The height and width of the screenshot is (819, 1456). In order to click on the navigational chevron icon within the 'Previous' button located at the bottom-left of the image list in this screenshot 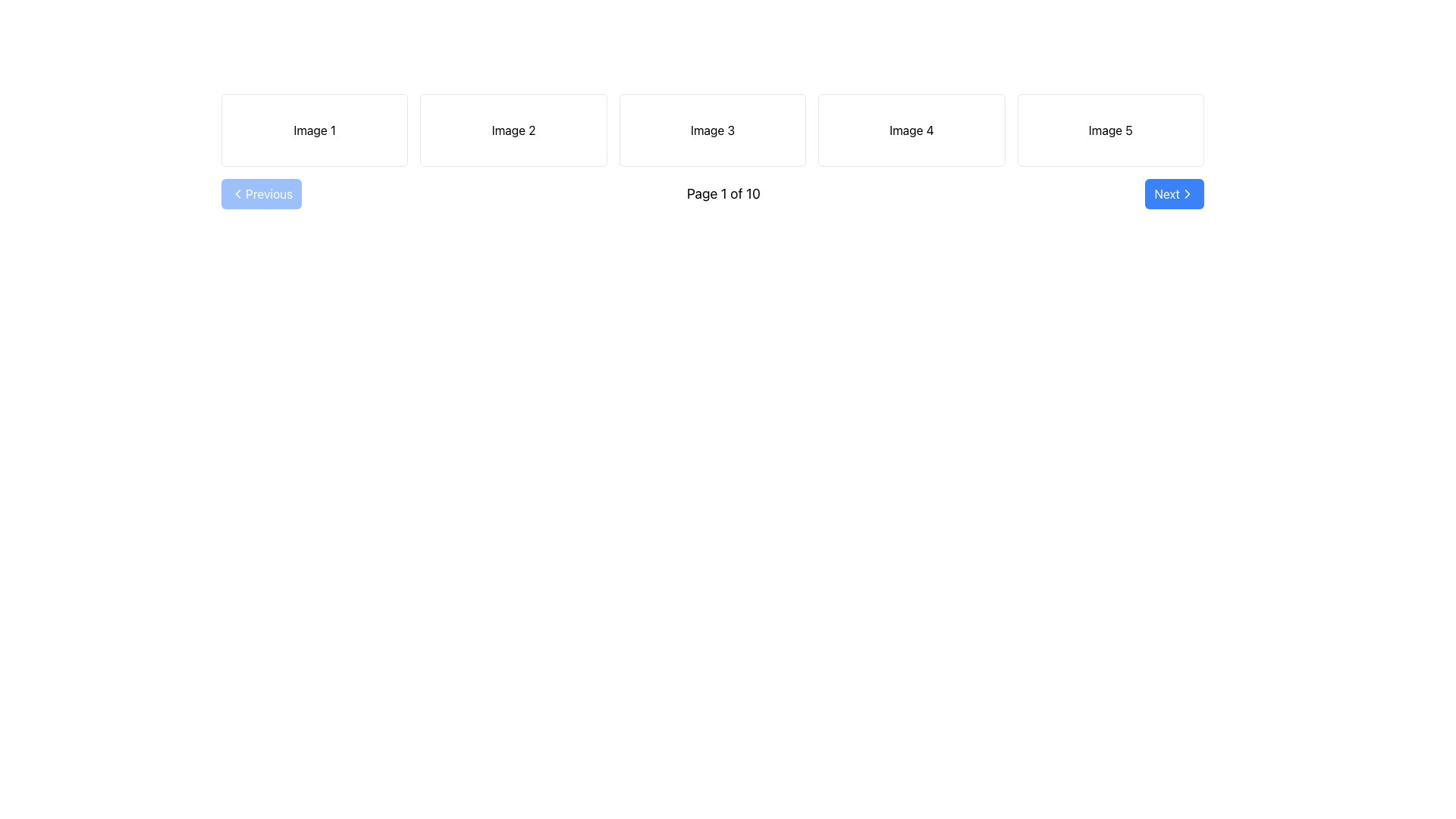, I will do `click(237, 193)`.